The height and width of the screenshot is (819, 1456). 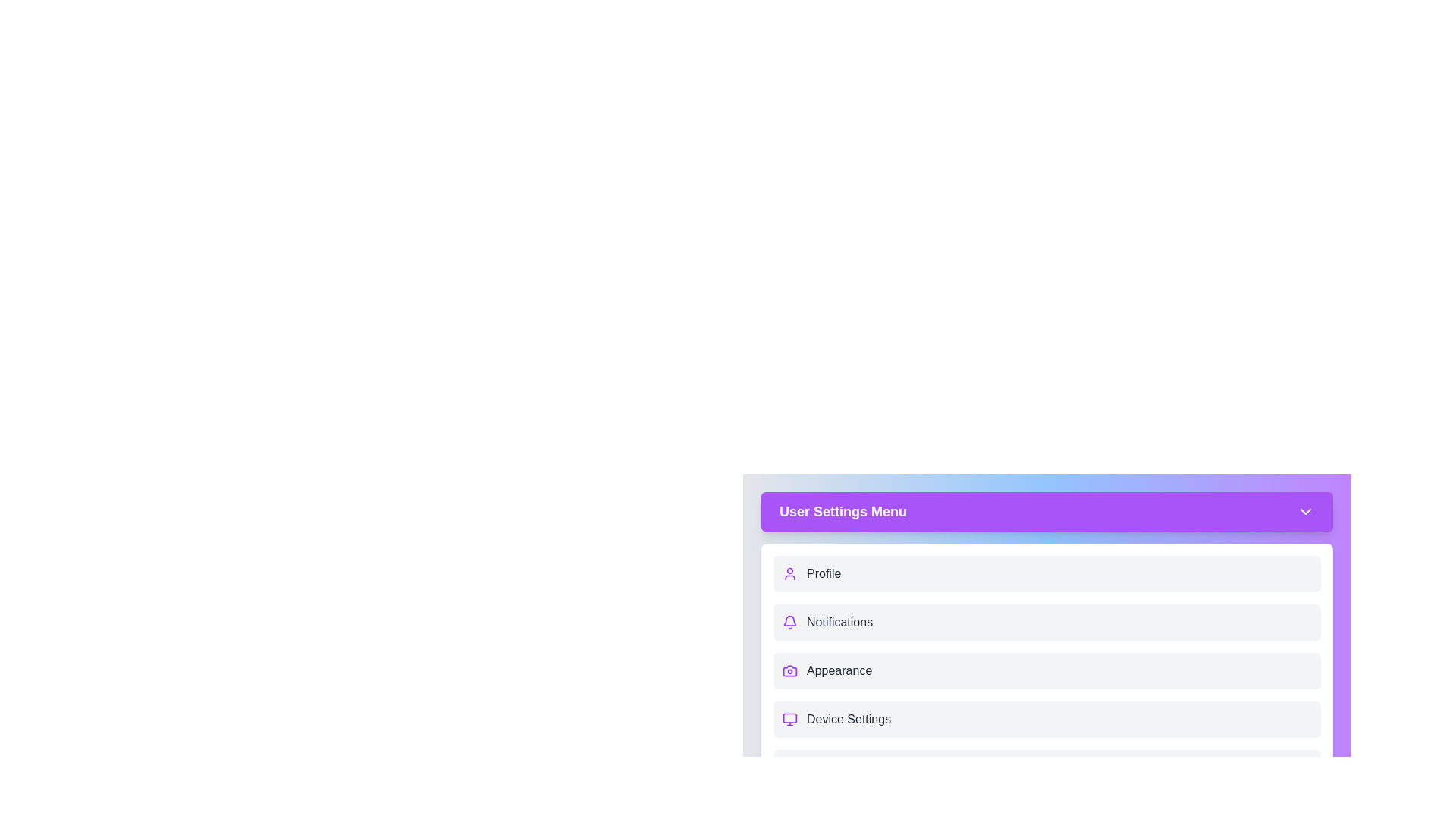 What do you see at coordinates (1046, 718) in the screenshot?
I see `the menu item Device Settings from the User Settings Menu` at bounding box center [1046, 718].